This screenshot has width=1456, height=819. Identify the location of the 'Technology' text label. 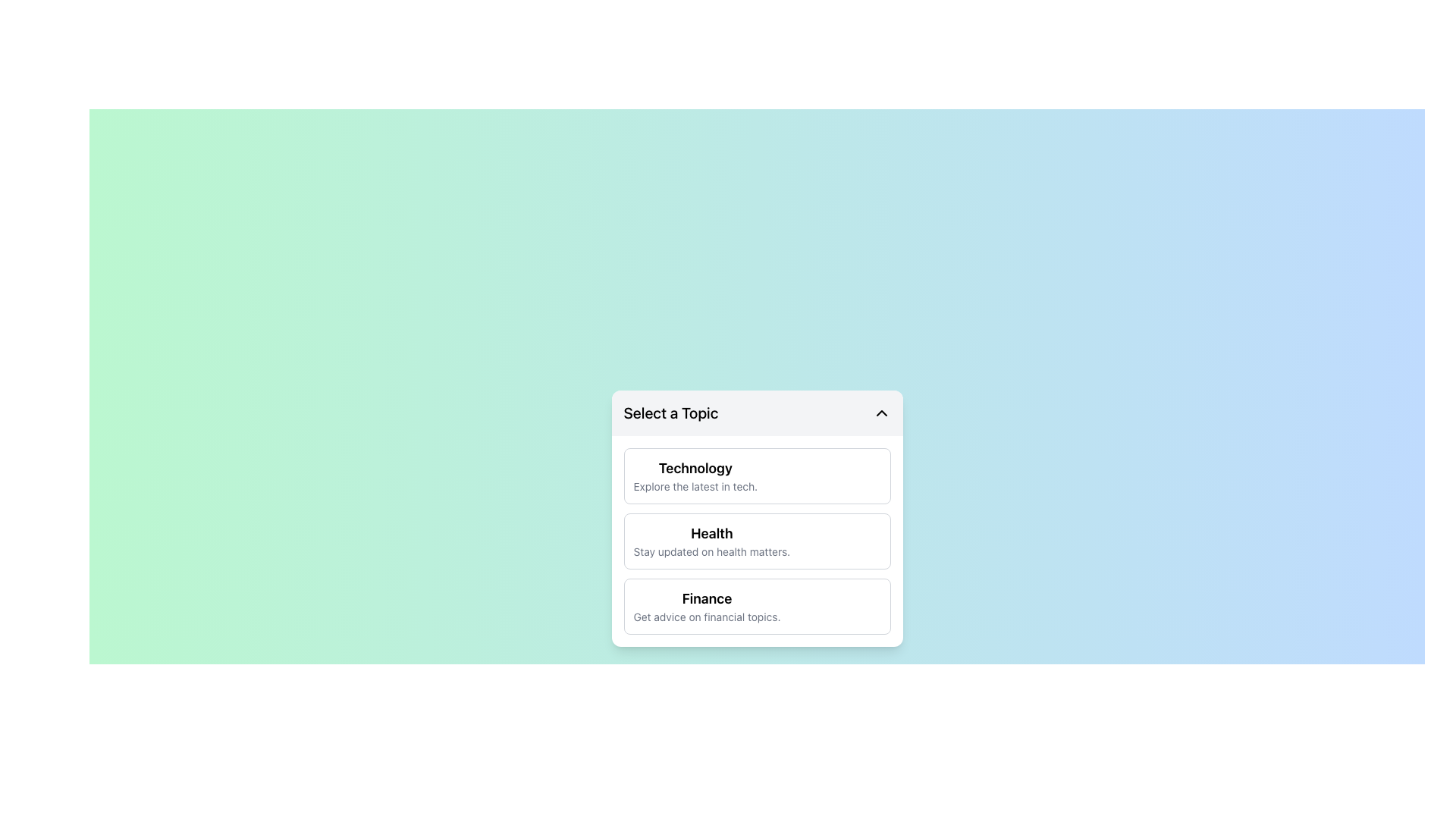
(694, 475).